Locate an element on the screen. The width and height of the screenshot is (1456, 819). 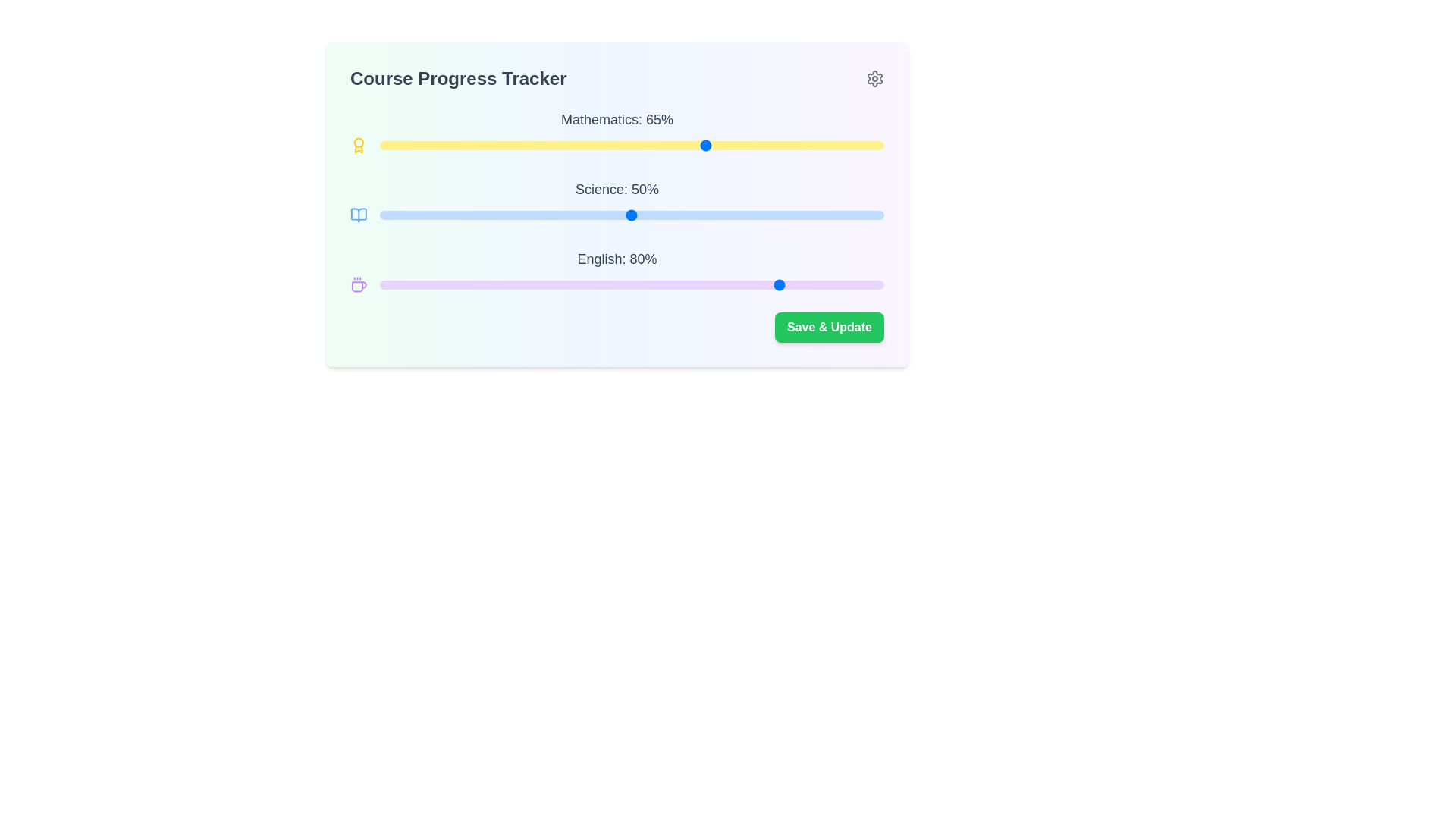
the award ribbon icon, which is styled with a yellow hue and represents achievement, located to the left of the horizontal progress bar labeled 'Mathematics: 65%' is located at coordinates (358, 146).